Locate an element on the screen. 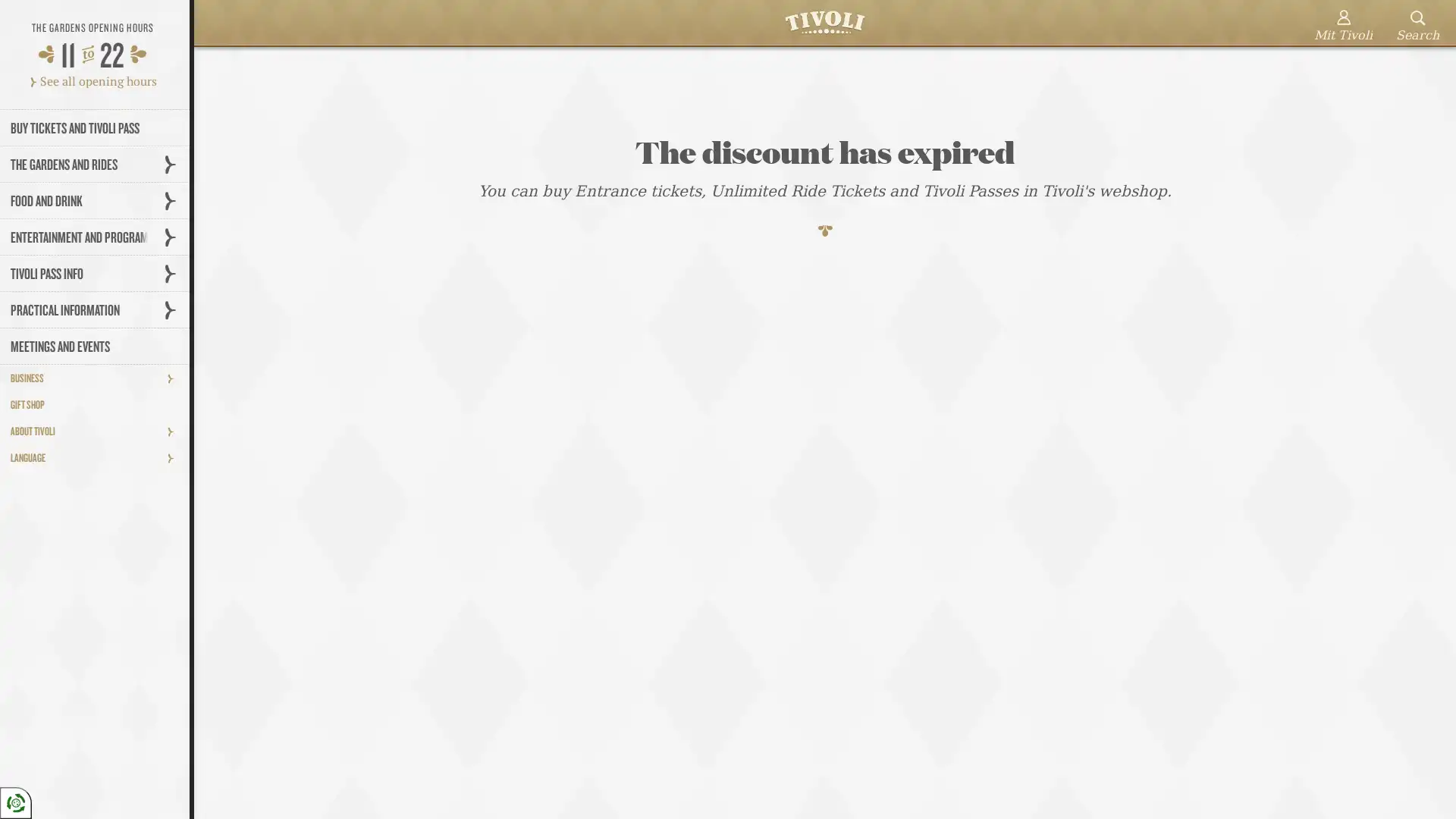 The image size is (1456, 819). Language is located at coordinates (174, 457).